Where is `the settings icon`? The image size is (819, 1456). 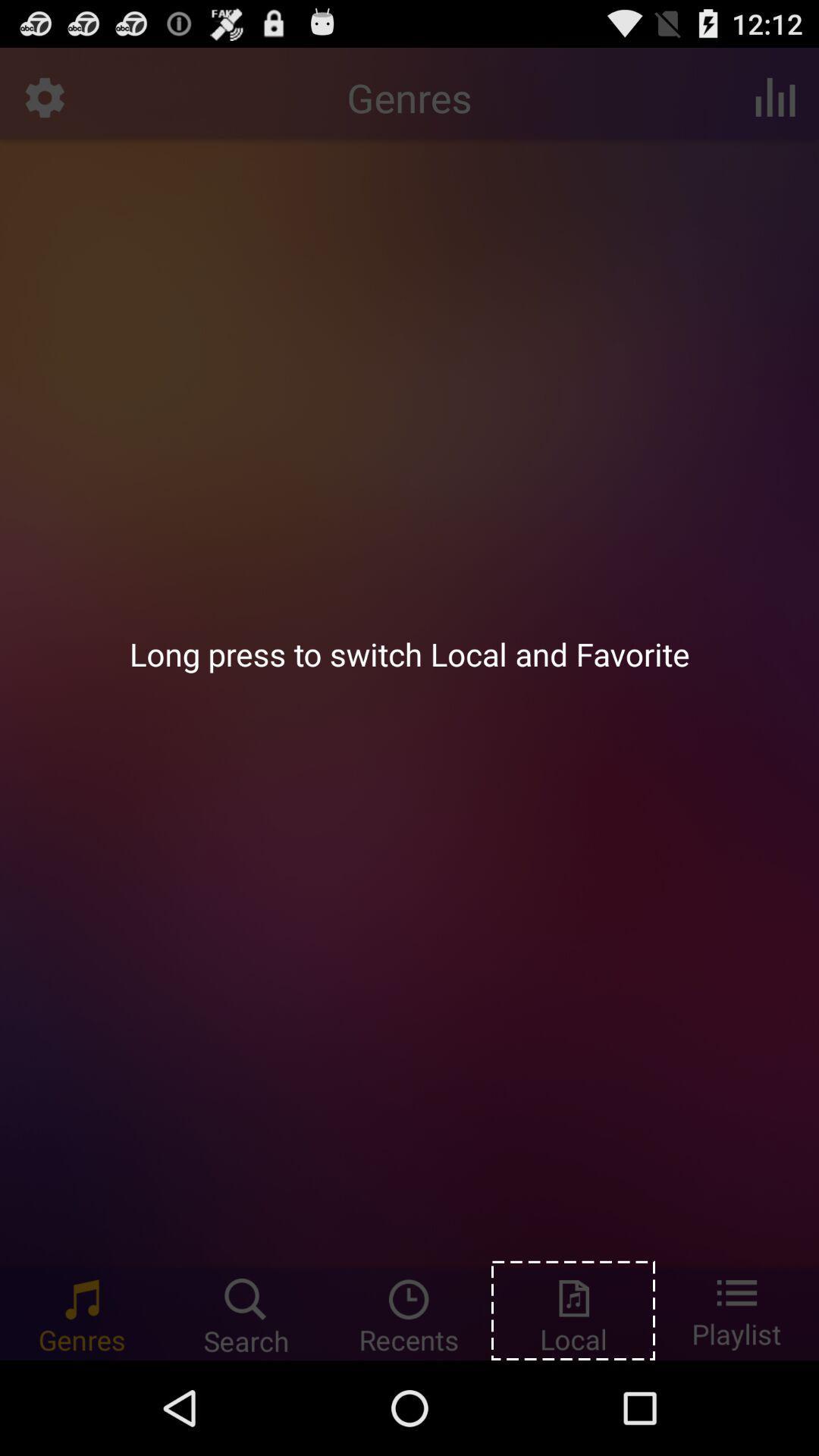
the settings icon is located at coordinates (44, 103).